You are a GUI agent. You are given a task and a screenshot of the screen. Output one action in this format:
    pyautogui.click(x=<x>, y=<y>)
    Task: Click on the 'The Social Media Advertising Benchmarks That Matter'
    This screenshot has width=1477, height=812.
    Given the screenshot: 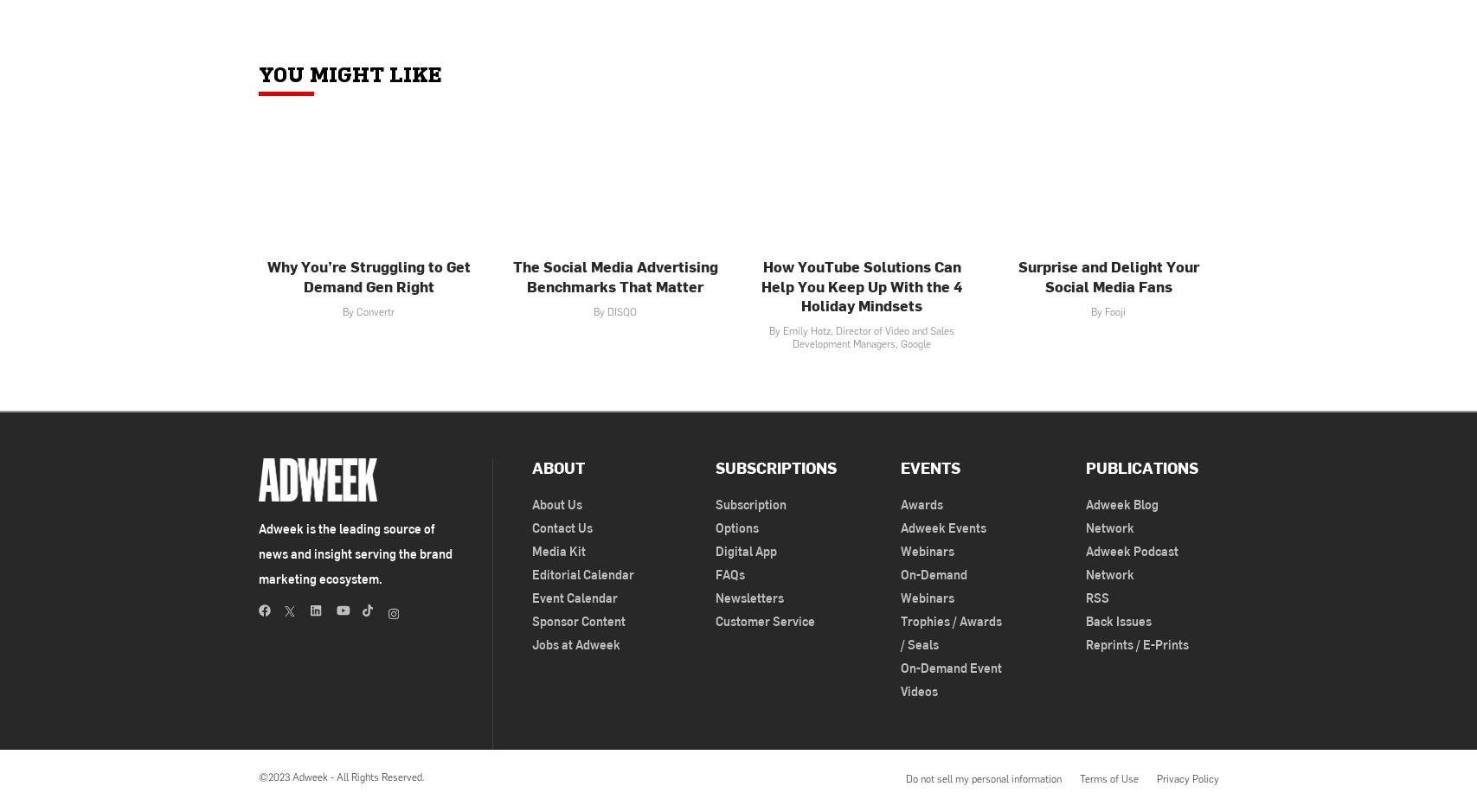 What is the action you would take?
    pyautogui.click(x=614, y=275)
    